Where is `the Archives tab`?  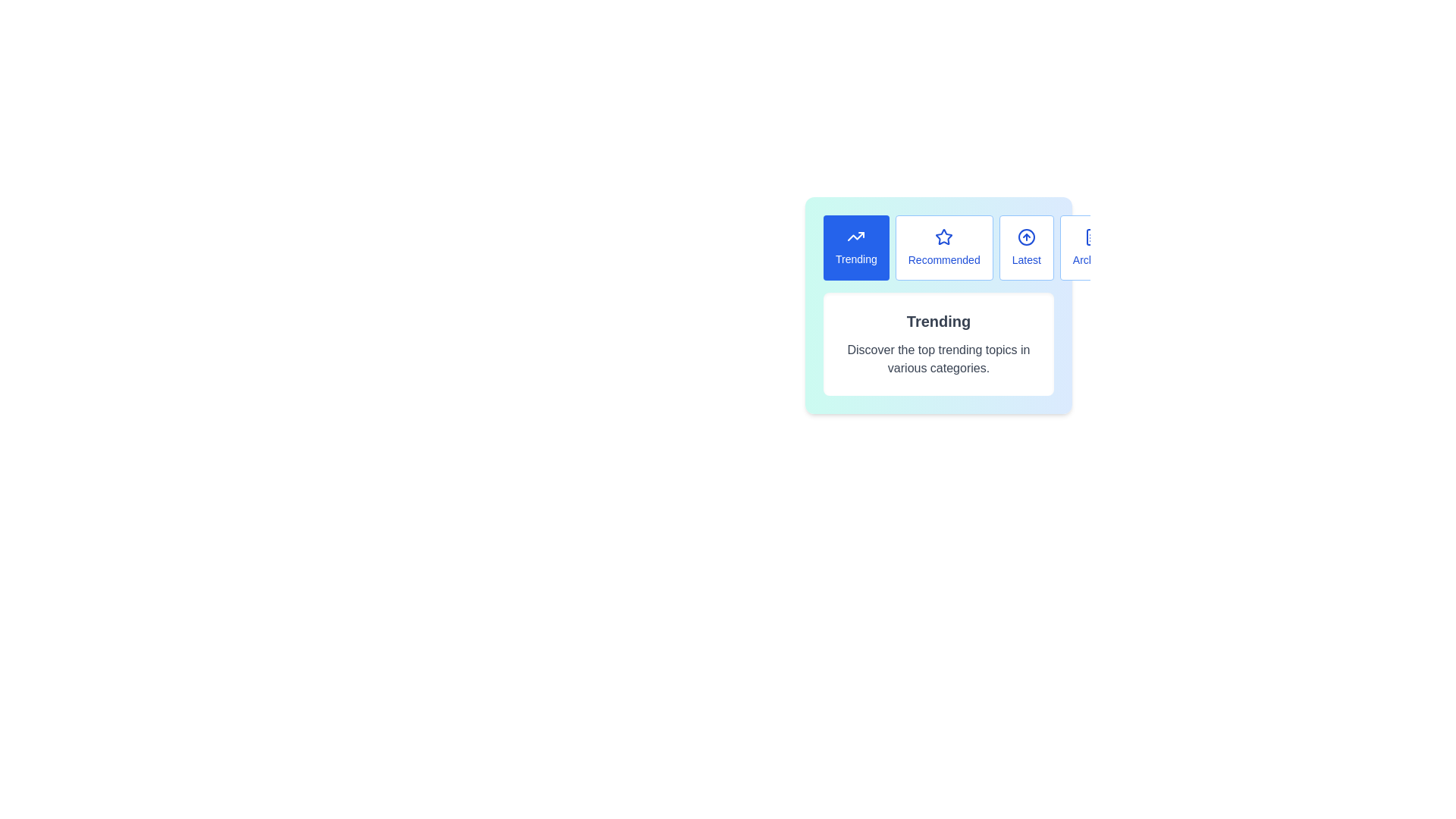 the Archives tab is located at coordinates (1093, 247).